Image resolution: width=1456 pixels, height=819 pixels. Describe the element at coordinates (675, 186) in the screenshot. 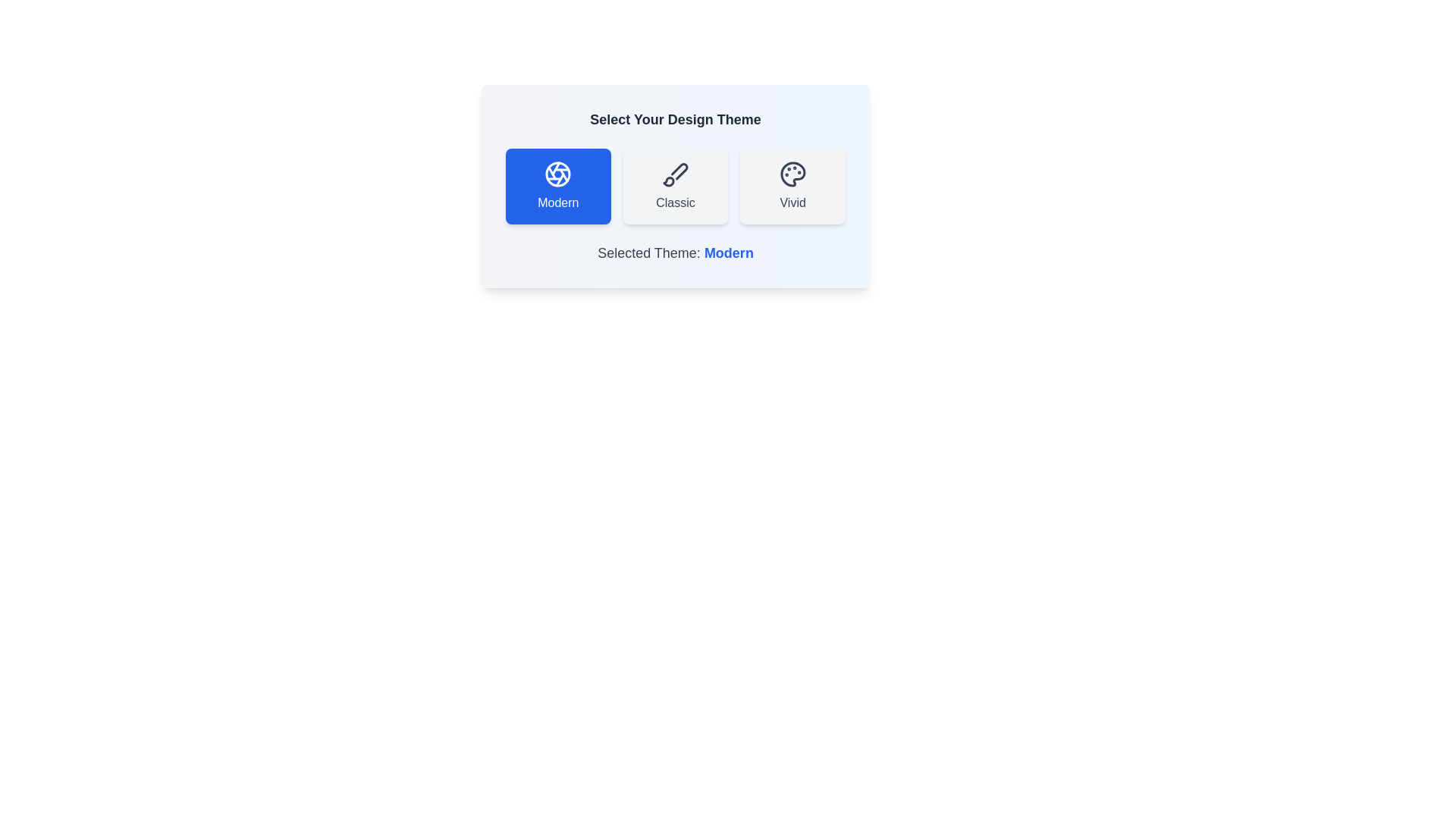

I see `the theme Classic by clicking on its corresponding button` at that location.